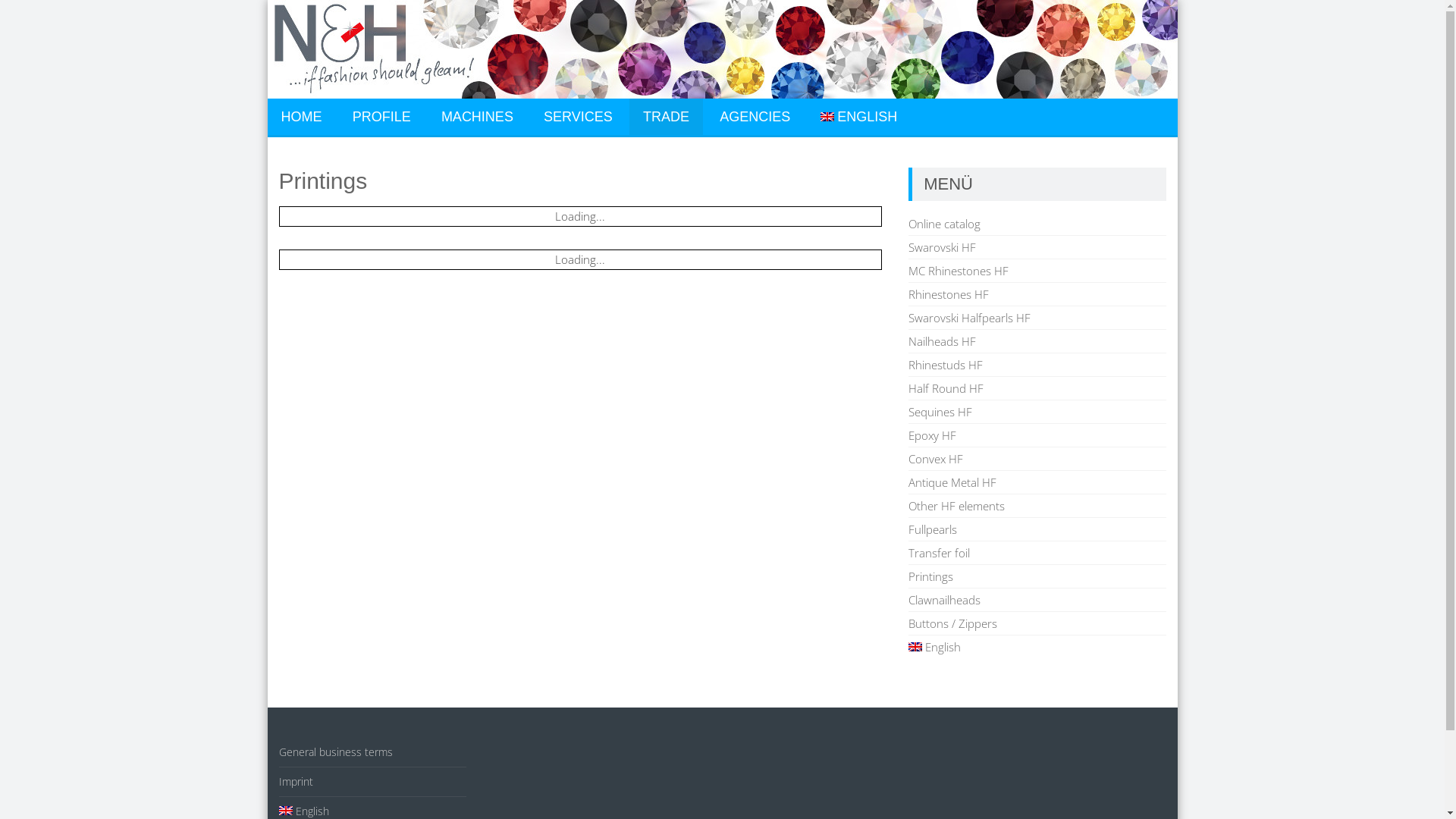 The height and width of the screenshot is (819, 1456). Describe the element at coordinates (934, 458) in the screenshot. I see `'Convex HF'` at that location.